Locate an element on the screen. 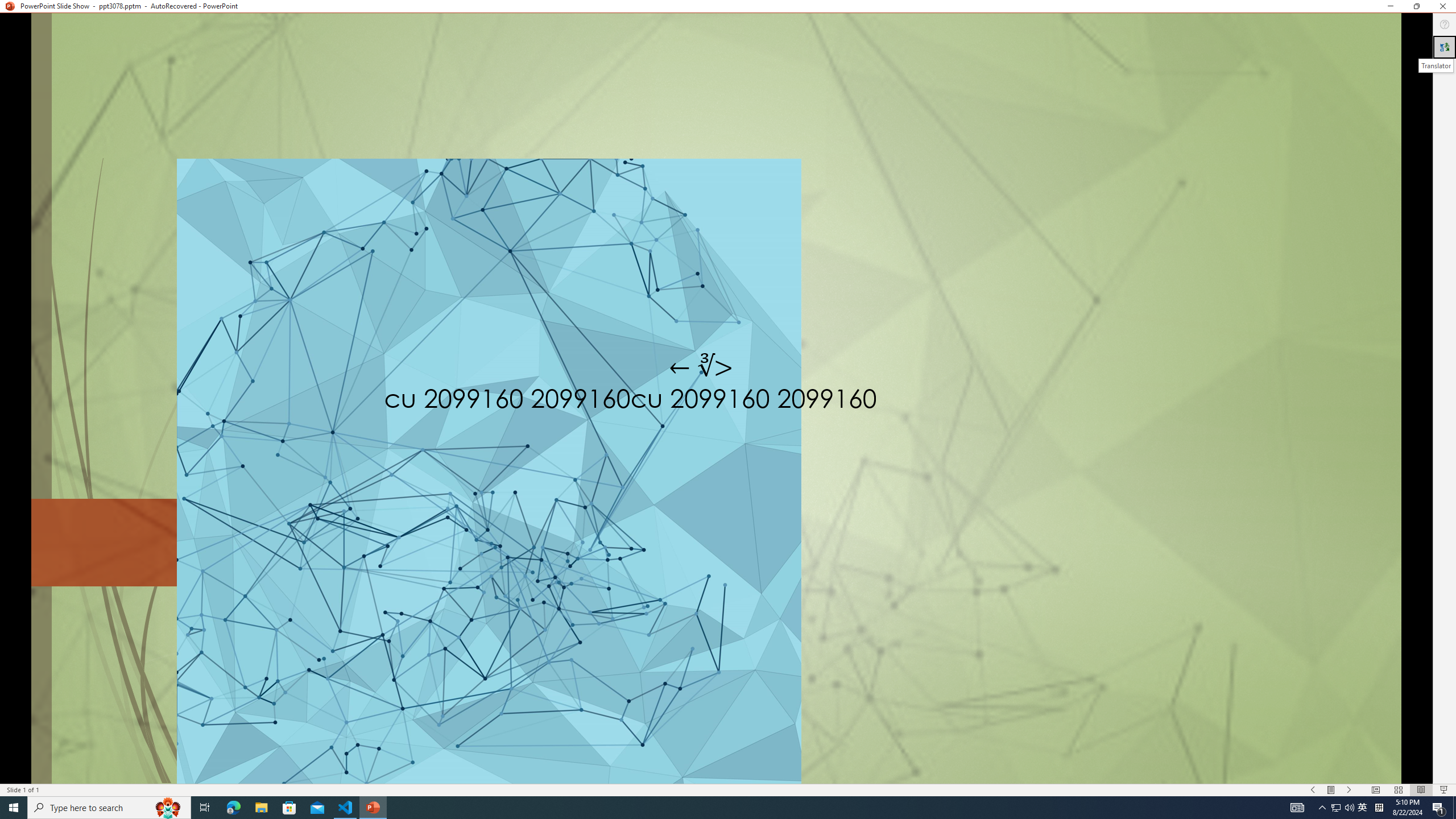  'Menu On' is located at coordinates (1331, 790).